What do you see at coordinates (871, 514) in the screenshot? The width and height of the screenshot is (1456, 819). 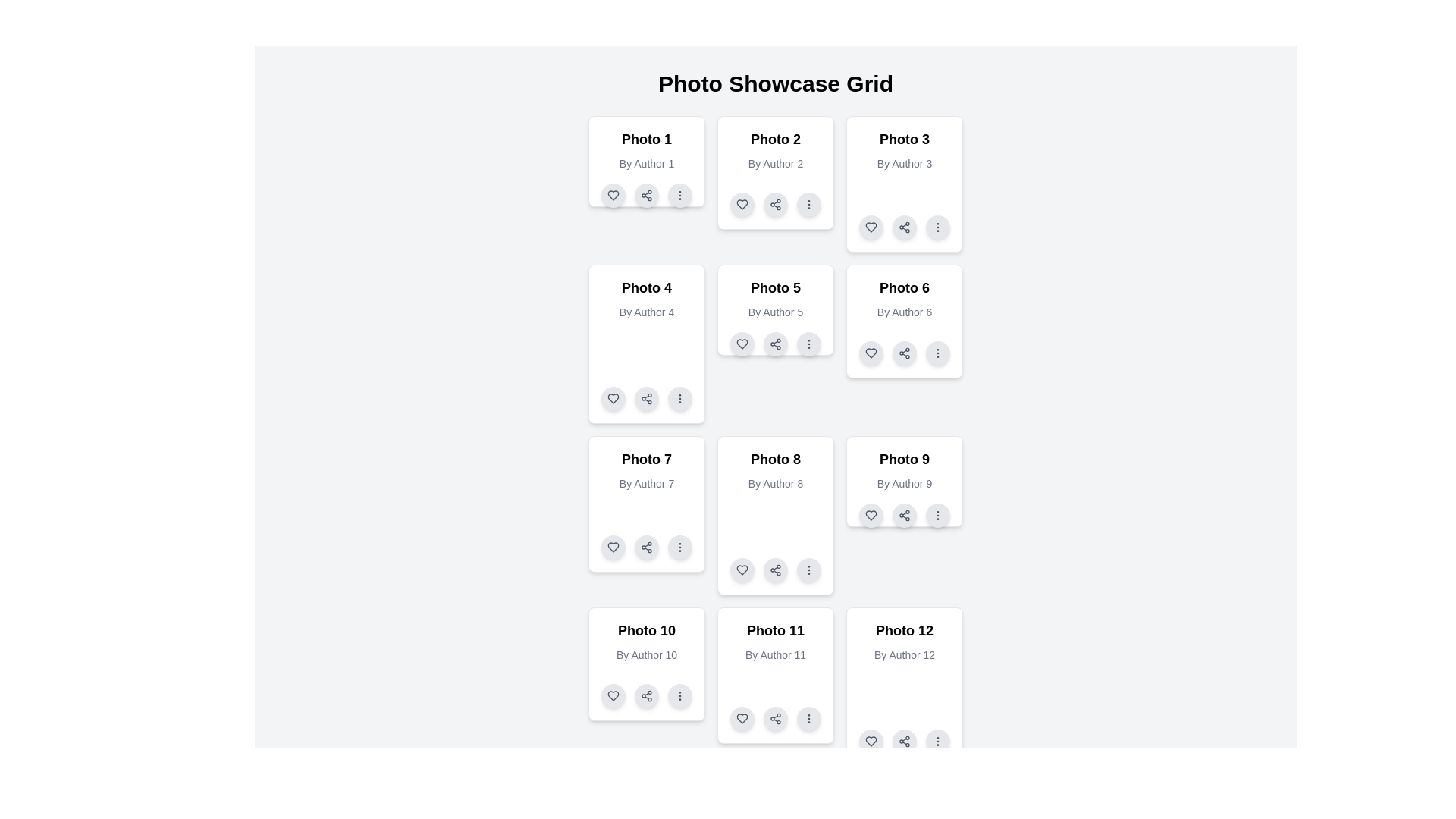 I see `the first button in the bottom row of action icons associated with the card labeled 'Photo 9 By Author 9'` at bounding box center [871, 514].